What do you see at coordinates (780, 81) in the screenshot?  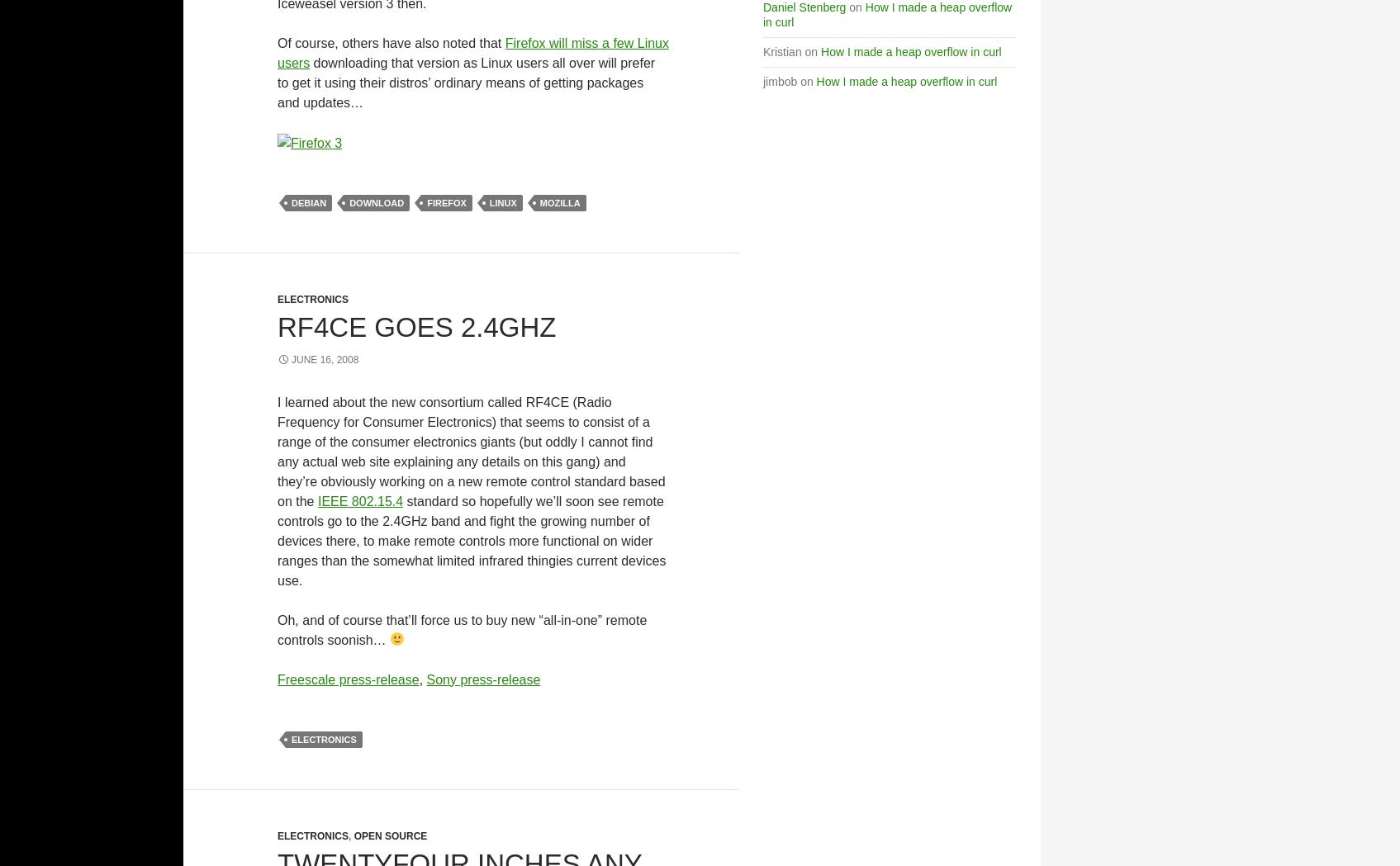 I see `'jimbob'` at bounding box center [780, 81].